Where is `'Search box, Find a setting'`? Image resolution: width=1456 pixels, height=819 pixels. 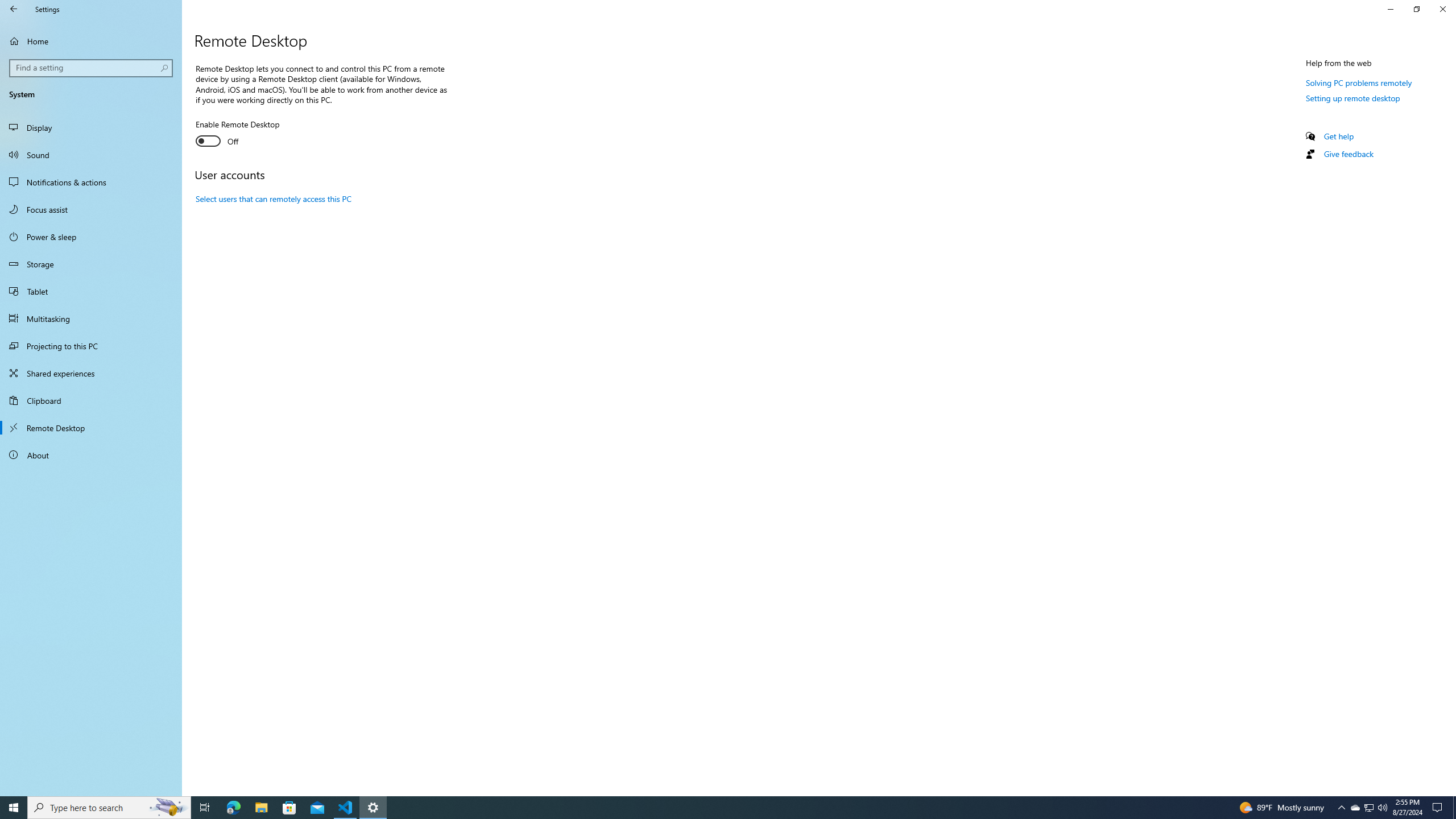 'Search box, Find a setting' is located at coordinates (91, 67).